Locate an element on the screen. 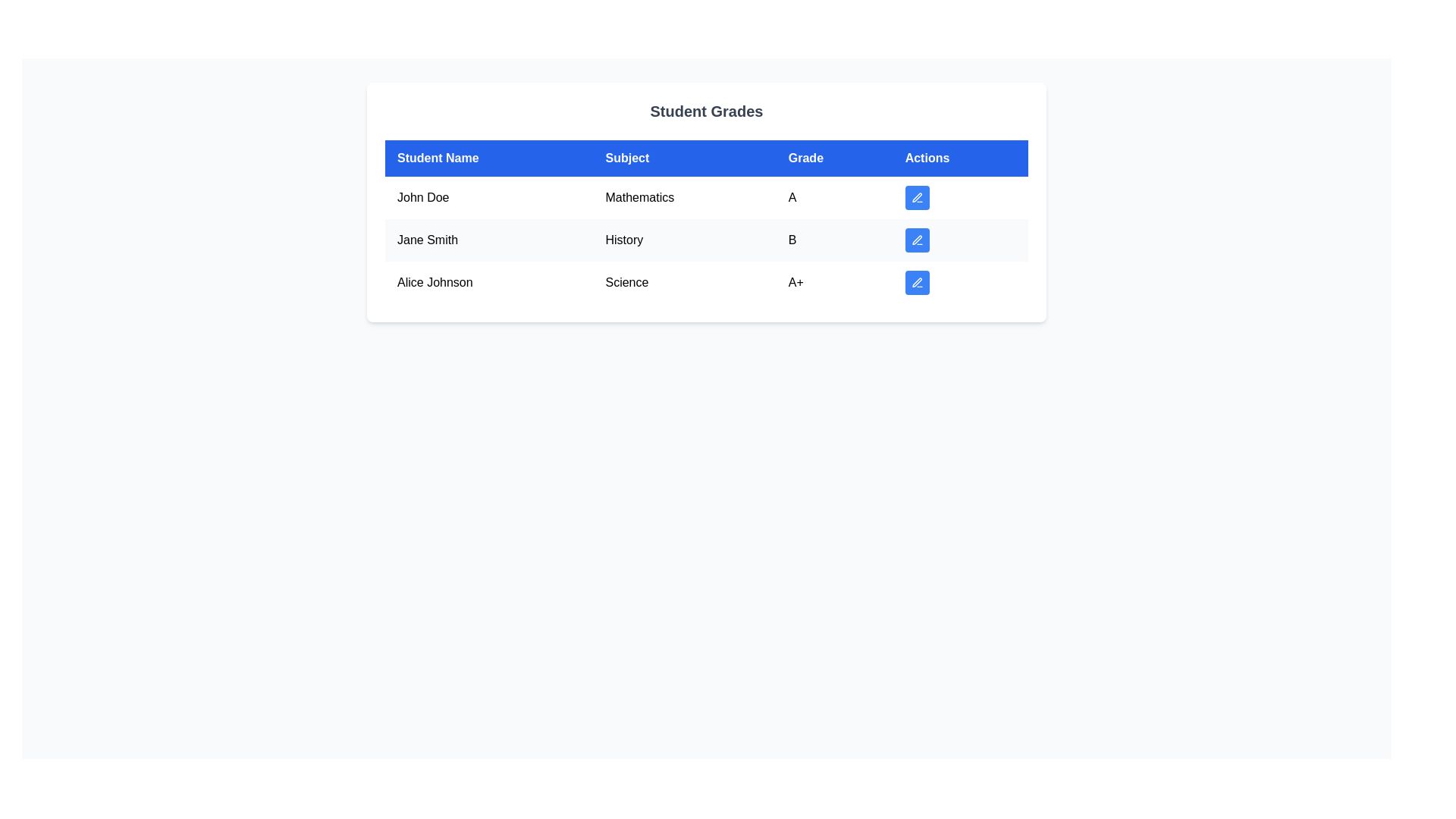  the button for editing the details related to the student 'Jane Smith' is located at coordinates (916, 239).